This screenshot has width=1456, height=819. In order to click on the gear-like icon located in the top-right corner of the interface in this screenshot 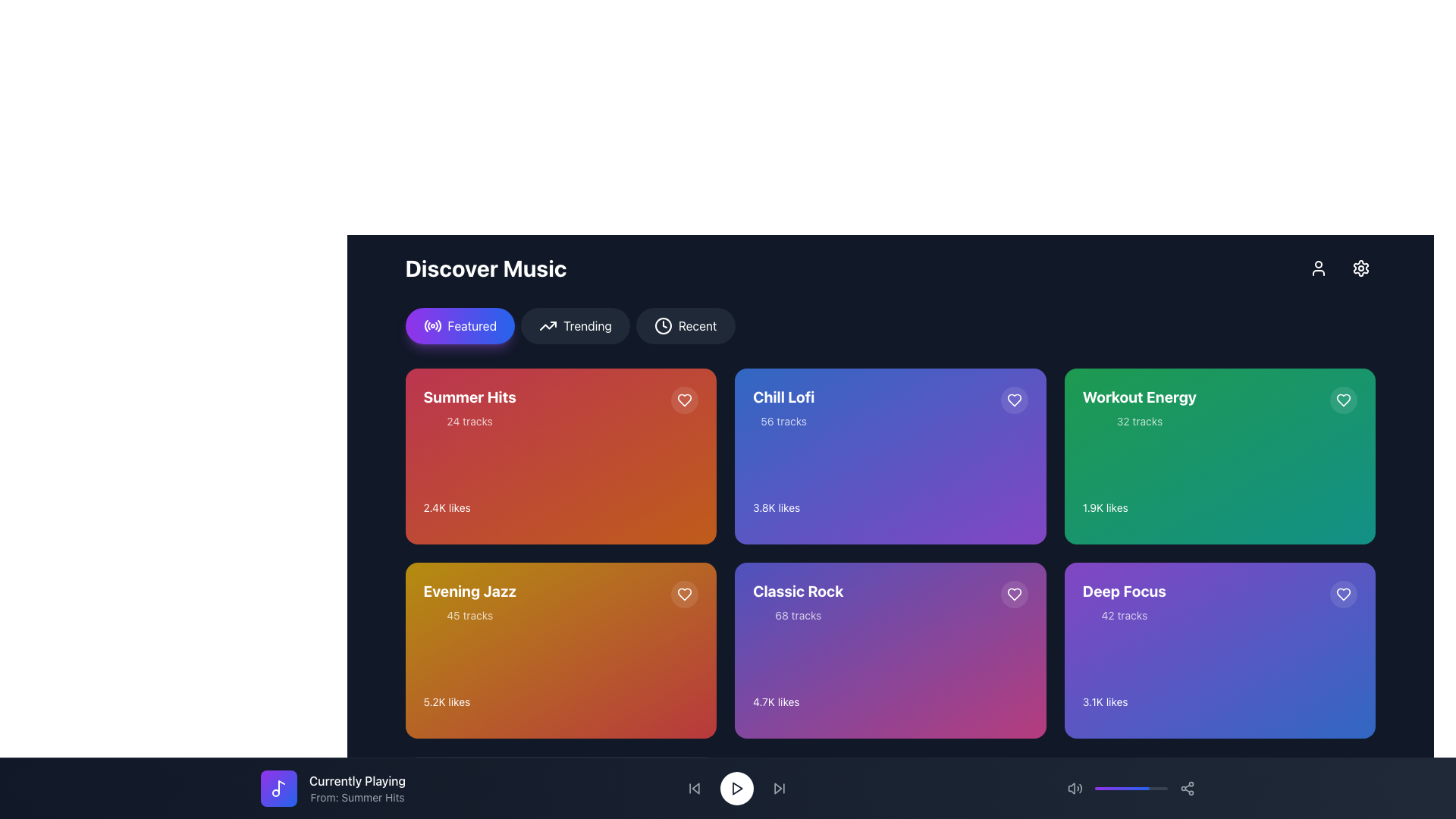, I will do `click(1360, 268)`.